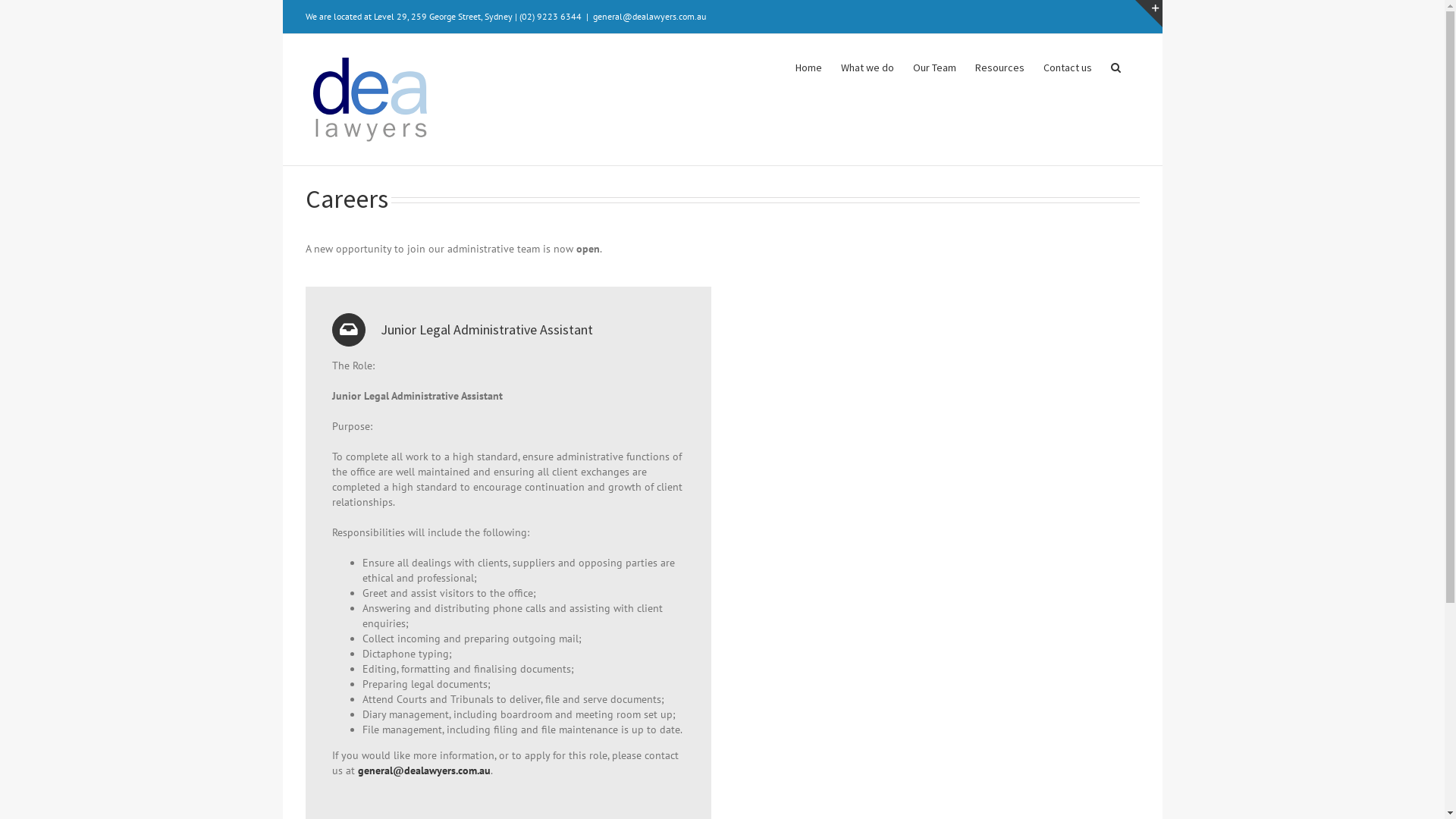  Describe the element at coordinates (1115, 65) in the screenshot. I see `'Search'` at that location.